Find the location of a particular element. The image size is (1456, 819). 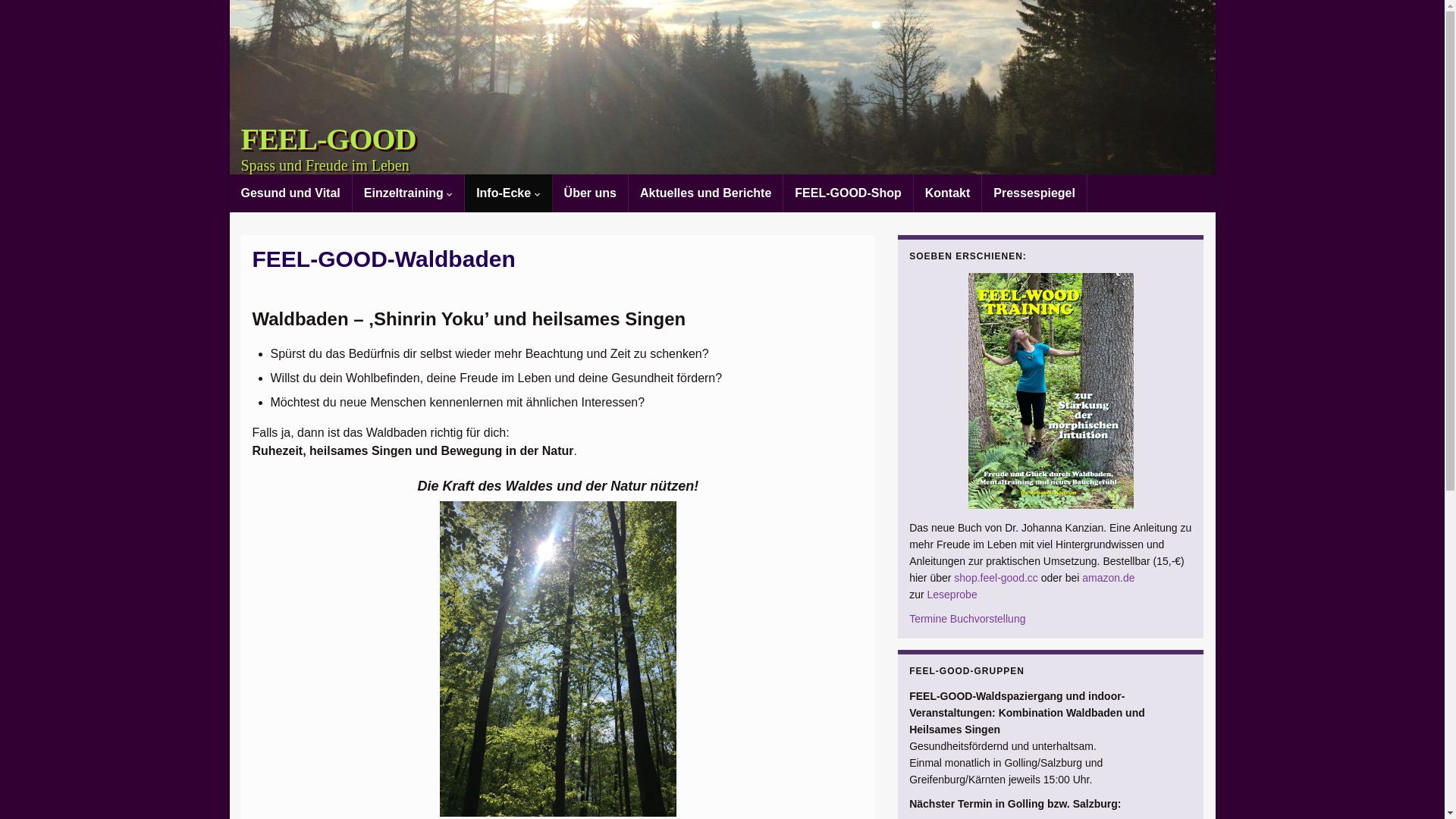

'Gesund und Vital' is located at coordinates (290, 192).